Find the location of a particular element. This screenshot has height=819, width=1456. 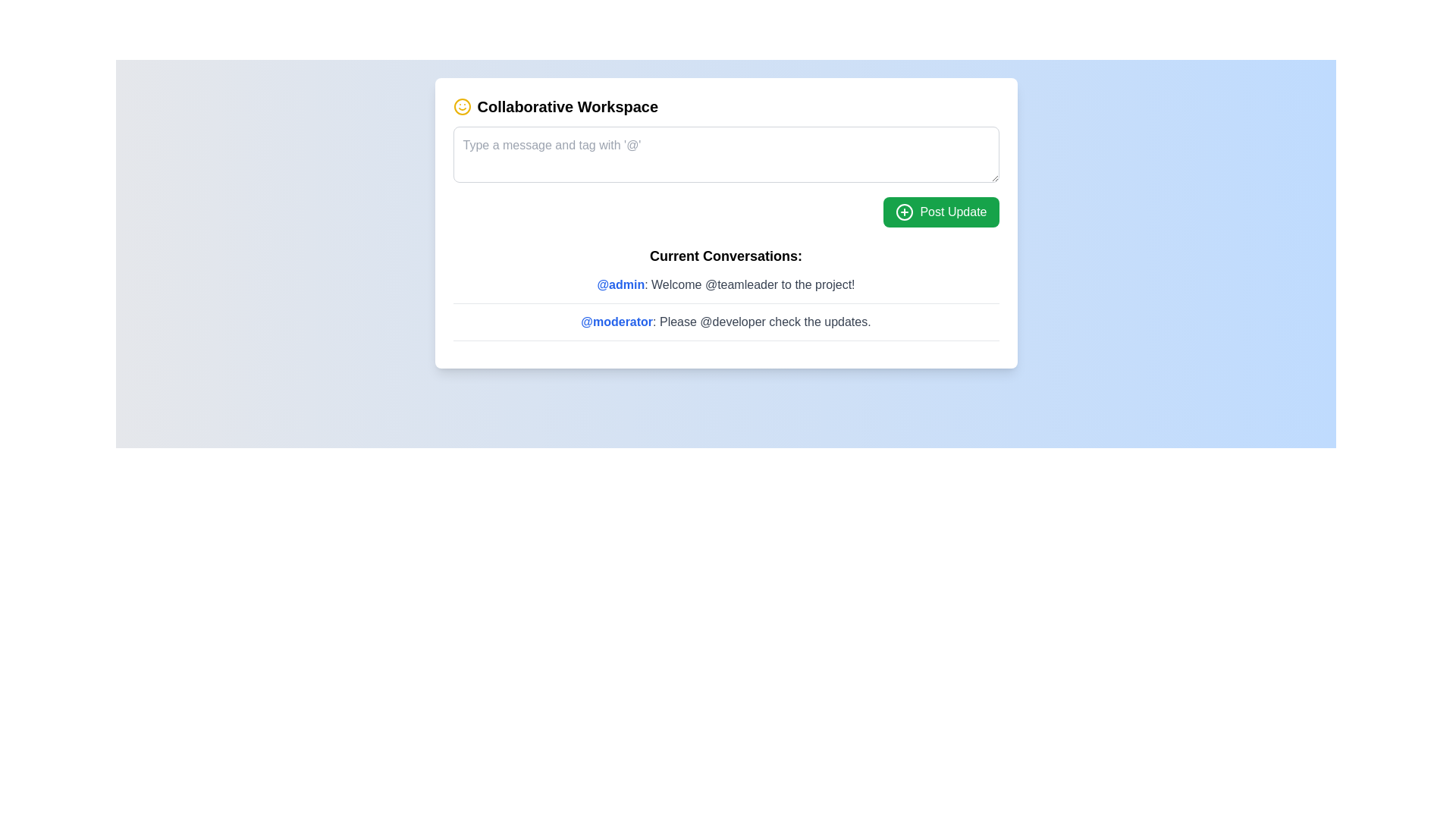

the styled inline text element containing the message '@moderator: Please @developer check the updates.' to use inline links if interactive is located at coordinates (725, 326).